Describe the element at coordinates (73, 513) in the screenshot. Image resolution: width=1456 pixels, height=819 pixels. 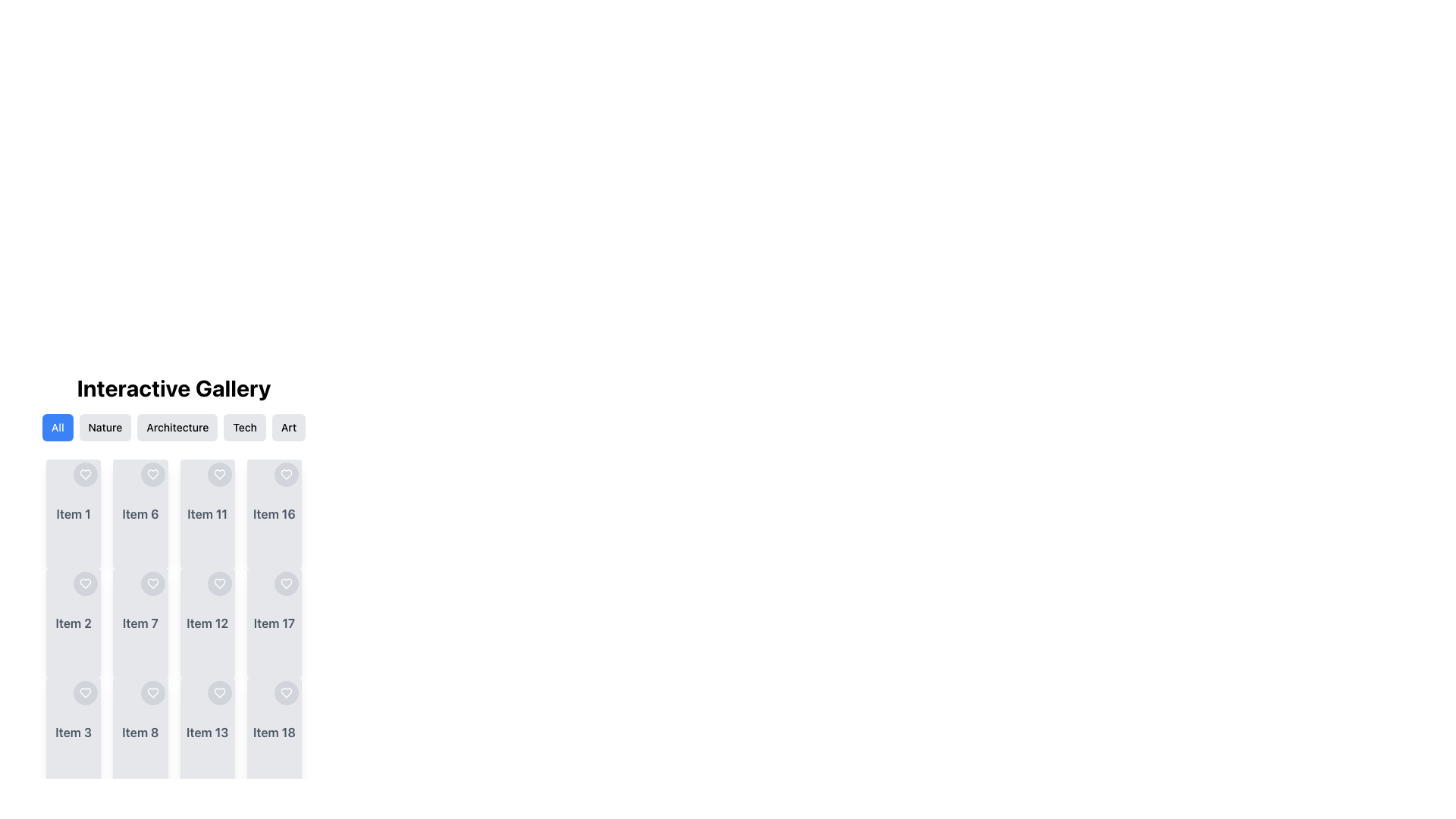
I see `the 'Item 1' card in the Interactive Gallery, located in the first column and first row, just beneath the blue 'All' filter button` at that location.